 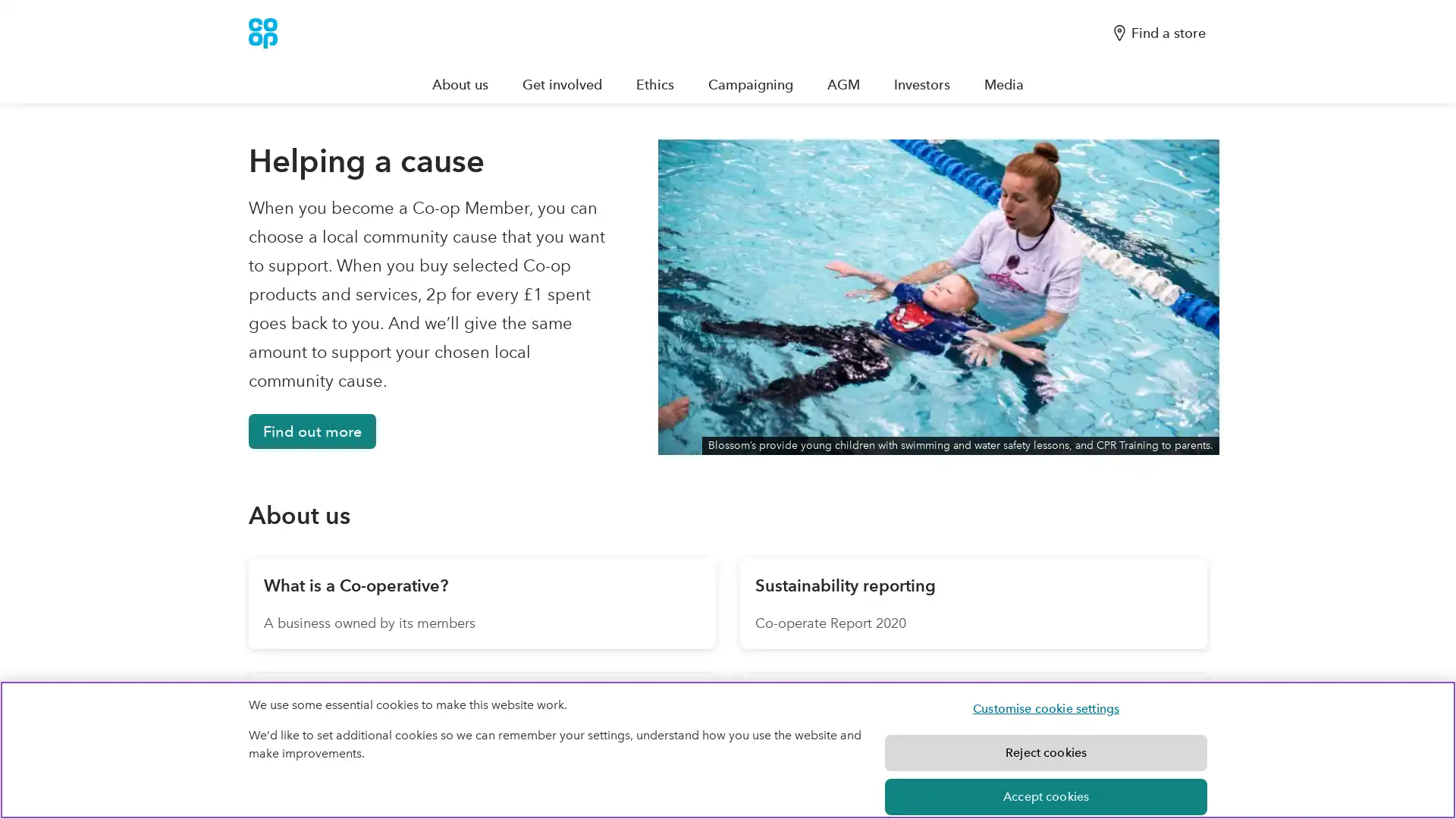 I want to click on Accept cookies, so click(x=1044, y=795).